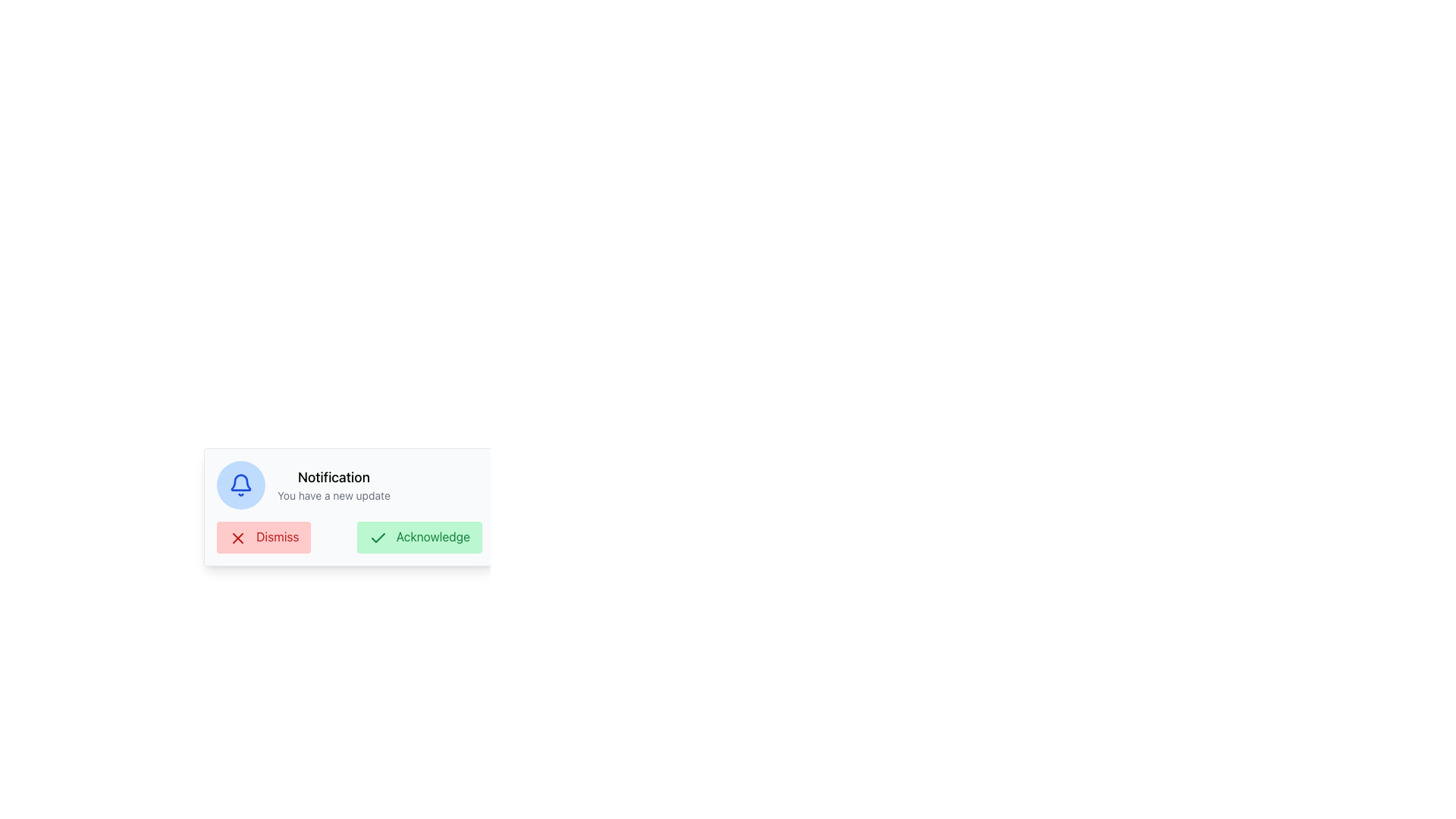 The width and height of the screenshot is (1456, 819). What do you see at coordinates (348, 536) in the screenshot?
I see `the 'Acknowledge' button, which is part of a Button Group with a red 'Dismiss' button and a green 'Acknowledge' button, located in the lower region of a notification component` at bounding box center [348, 536].